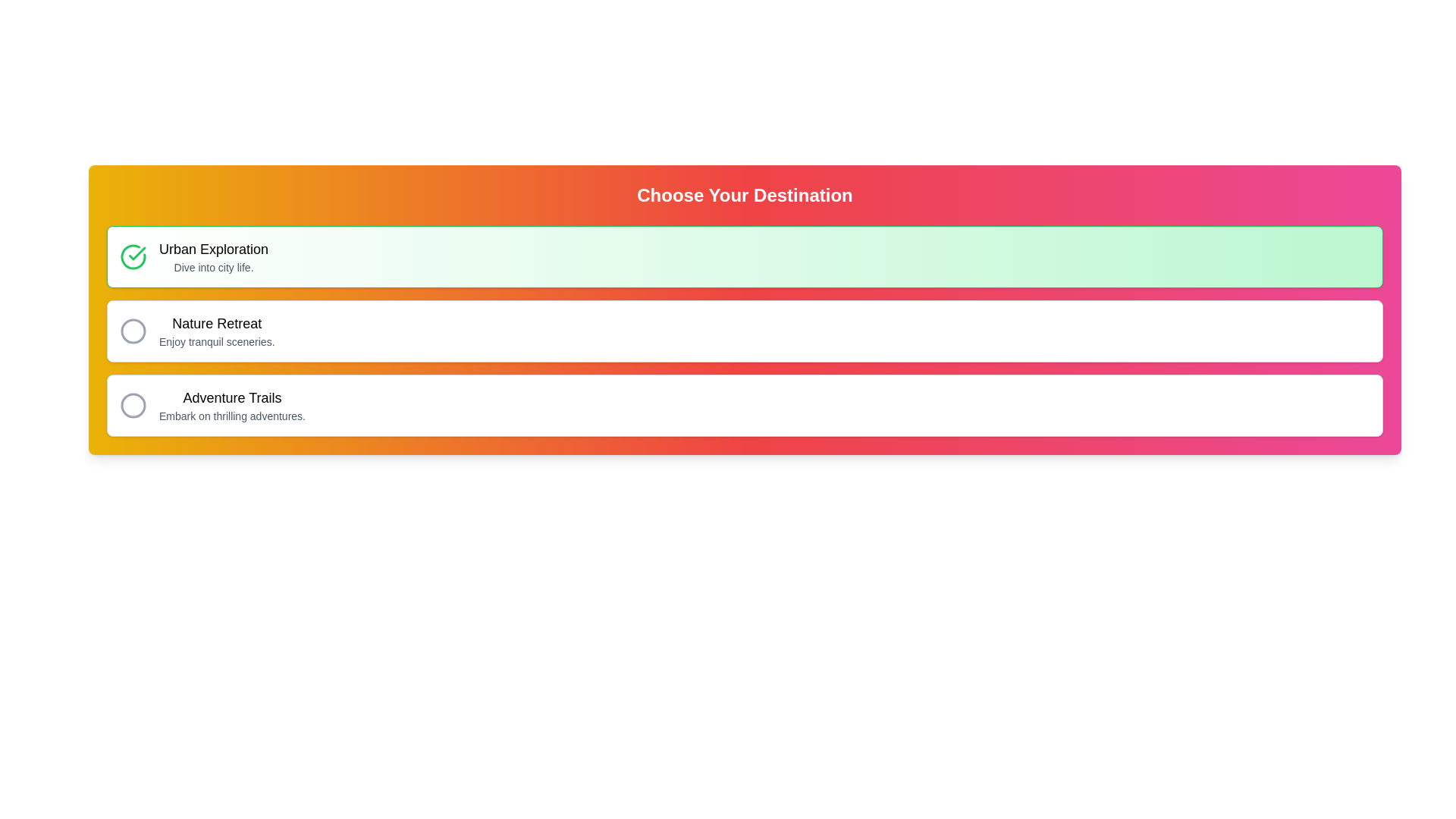 This screenshot has width=1456, height=819. Describe the element at coordinates (213, 267) in the screenshot. I see `descriptive subtitle text element located beneath the main title 'Urban Exploration.'` at that location.